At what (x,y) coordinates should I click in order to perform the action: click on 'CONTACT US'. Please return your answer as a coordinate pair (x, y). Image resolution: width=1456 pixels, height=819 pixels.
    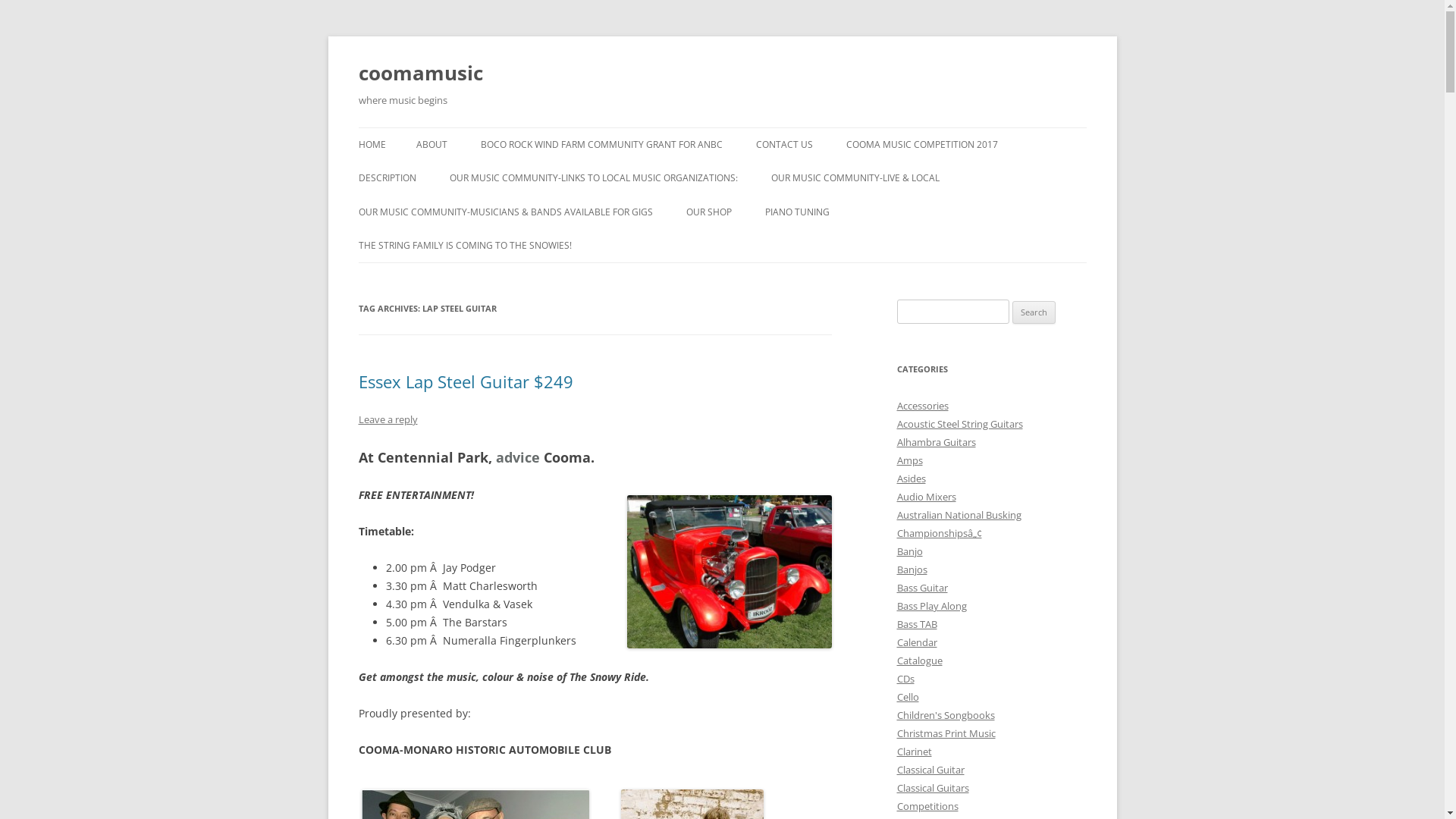
    Looking at the image, I should click on (783, 145).